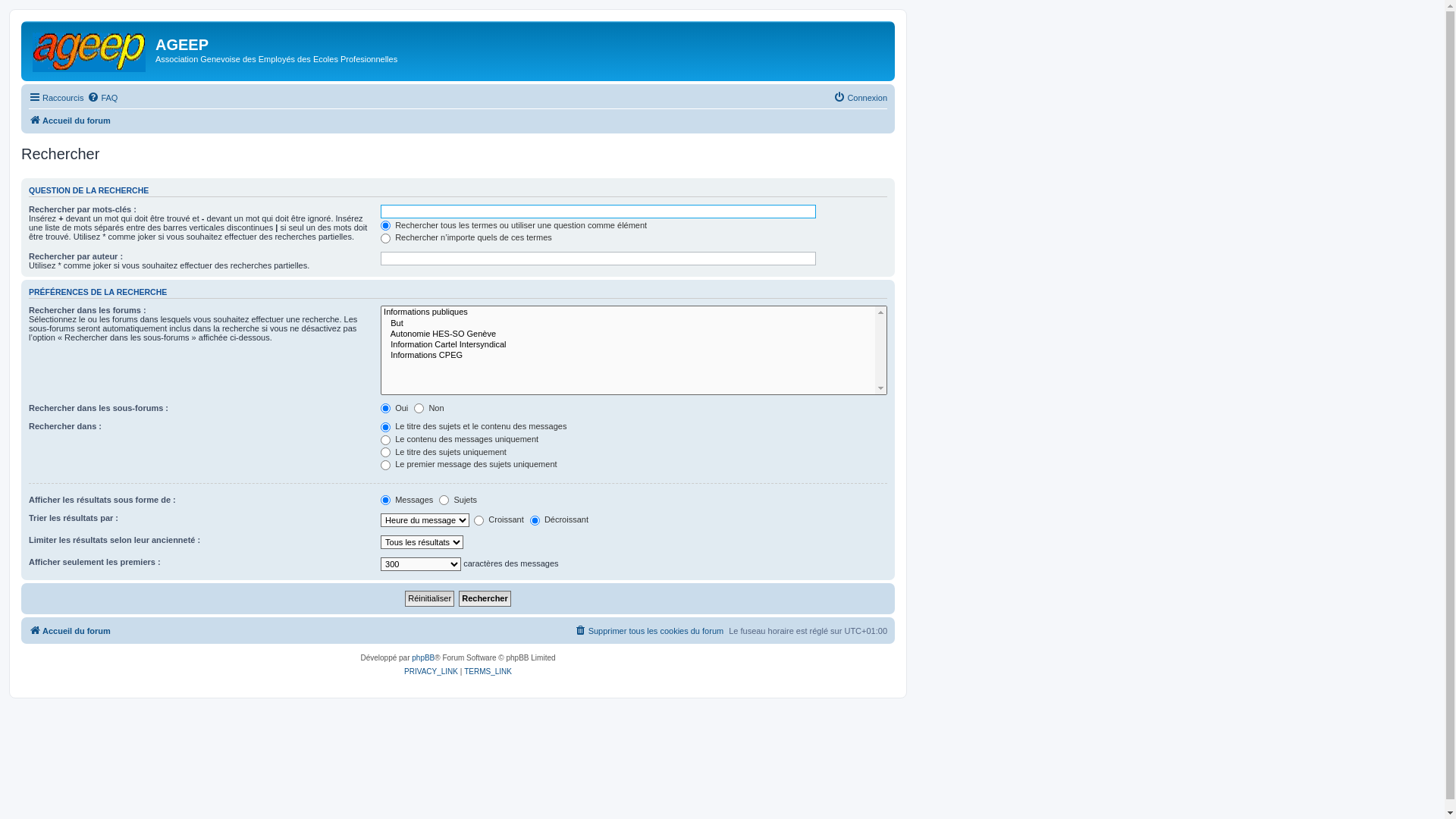  Describe the element at coordinates (68, 631) in the screenshot. I see `'Accueil du forum'` at that location.